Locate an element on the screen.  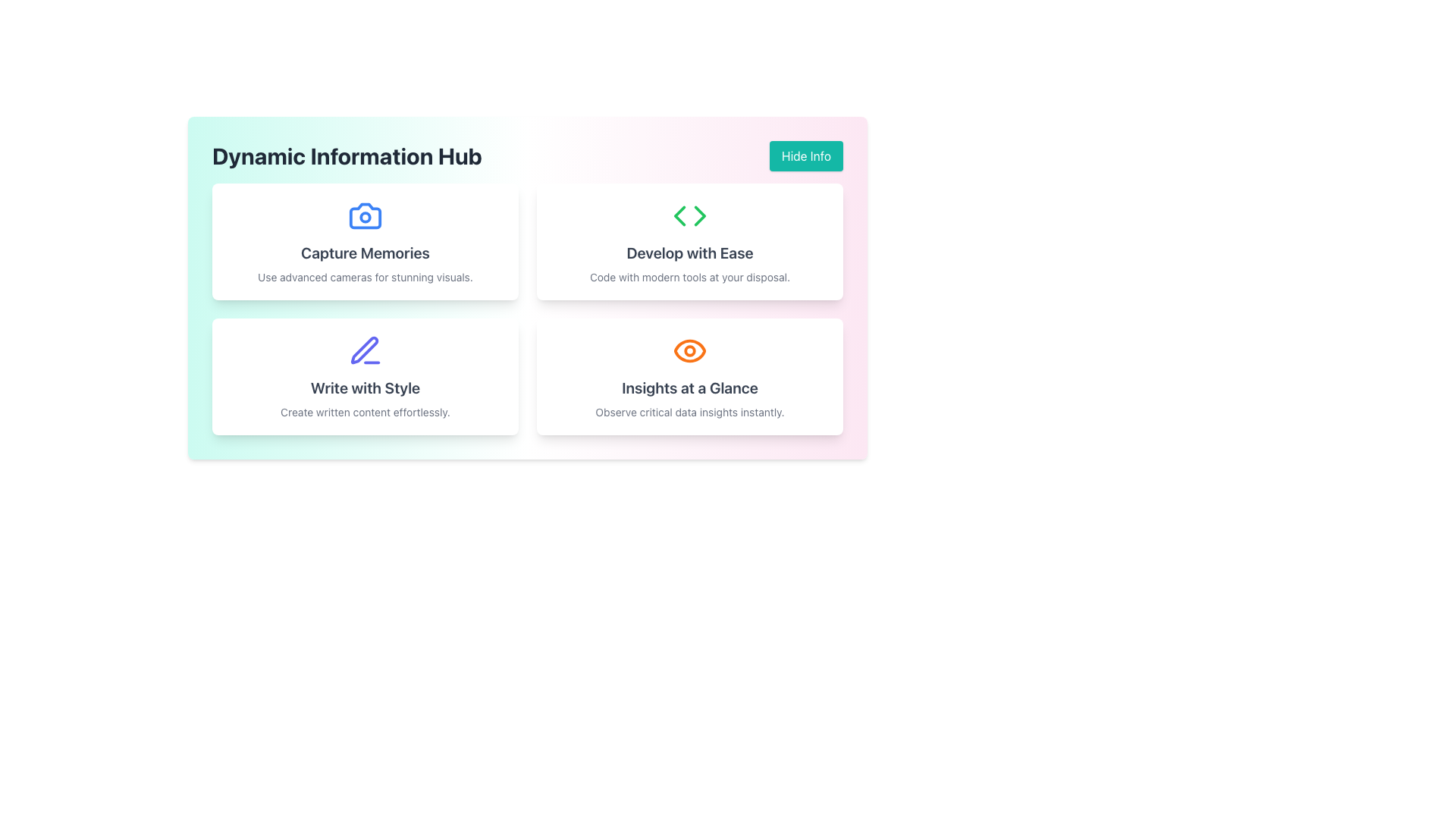
the static text label located at the bottom of the 'Write with Style' card, which provides additional descriptive information or a tagline is located at coordinates (365, 412).